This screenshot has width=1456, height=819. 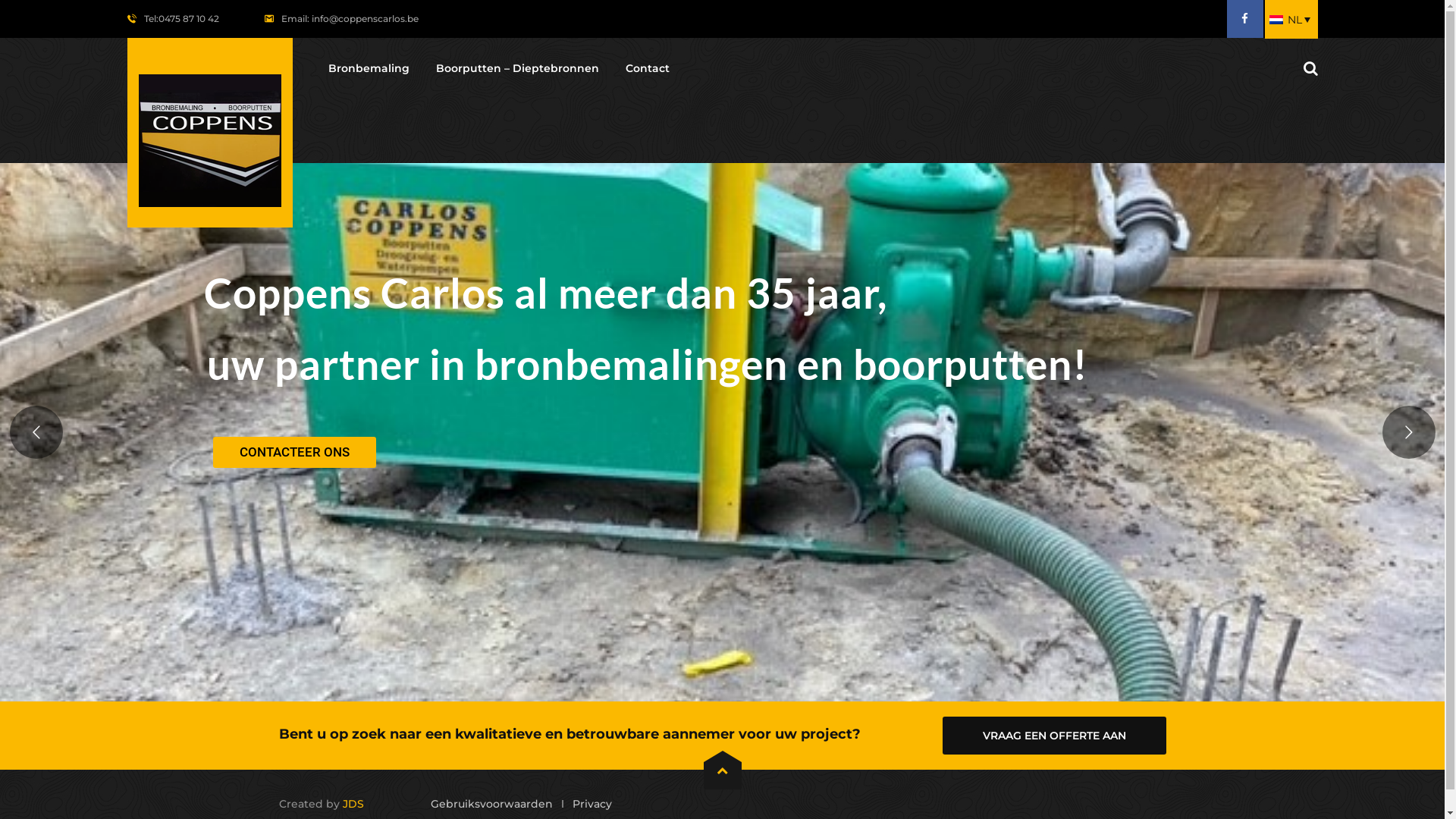 What do you see at coordinates (211, 451) in the screenshot?
I see `'CONTACTEER ONS'` at bounding box center [211, 451].